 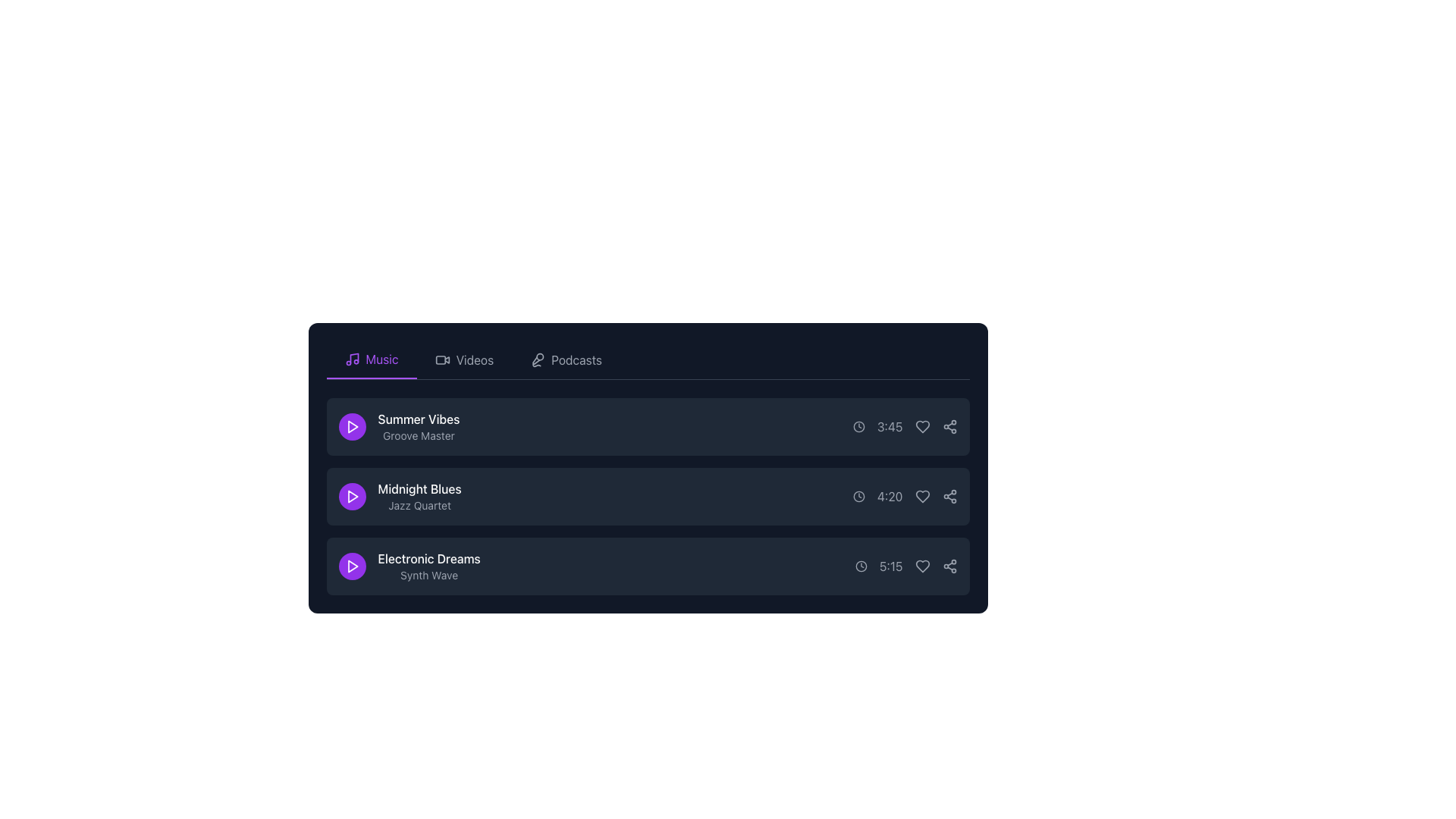 What do you see at coordinates (949, 566) in the screenshot?
I see `the share icon button represented as three nodes connected by lines, which turns purple on hover, located on the far-right side of the last item in a vertical list` at bounding box center [949, 566].